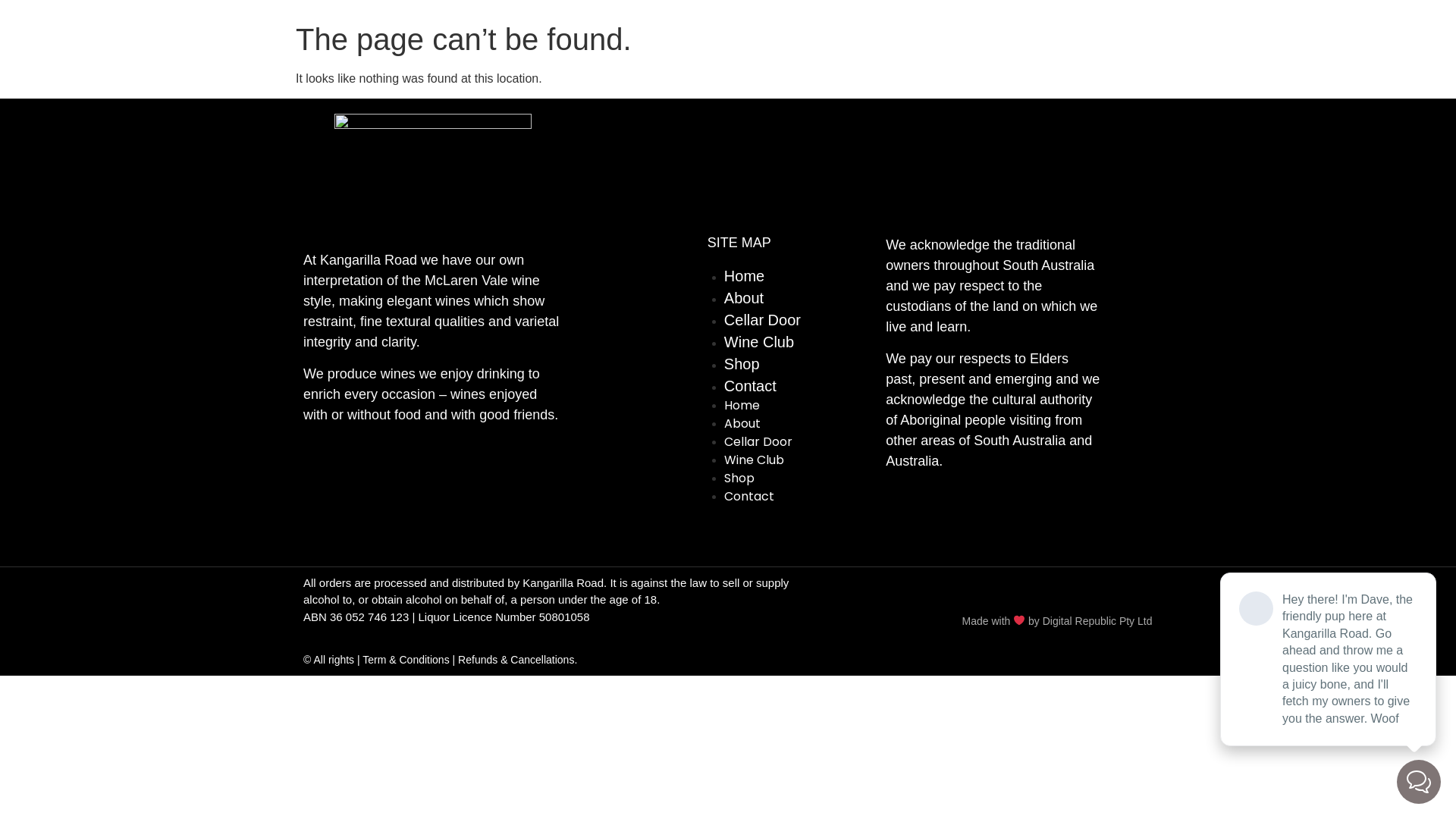 The width and height of the screenshot is (1456, 819). What do you see at coordinates (516, 659) in the screenshot?
I see `'Refunds & Cancellations'` at bounding box center [516, 659].